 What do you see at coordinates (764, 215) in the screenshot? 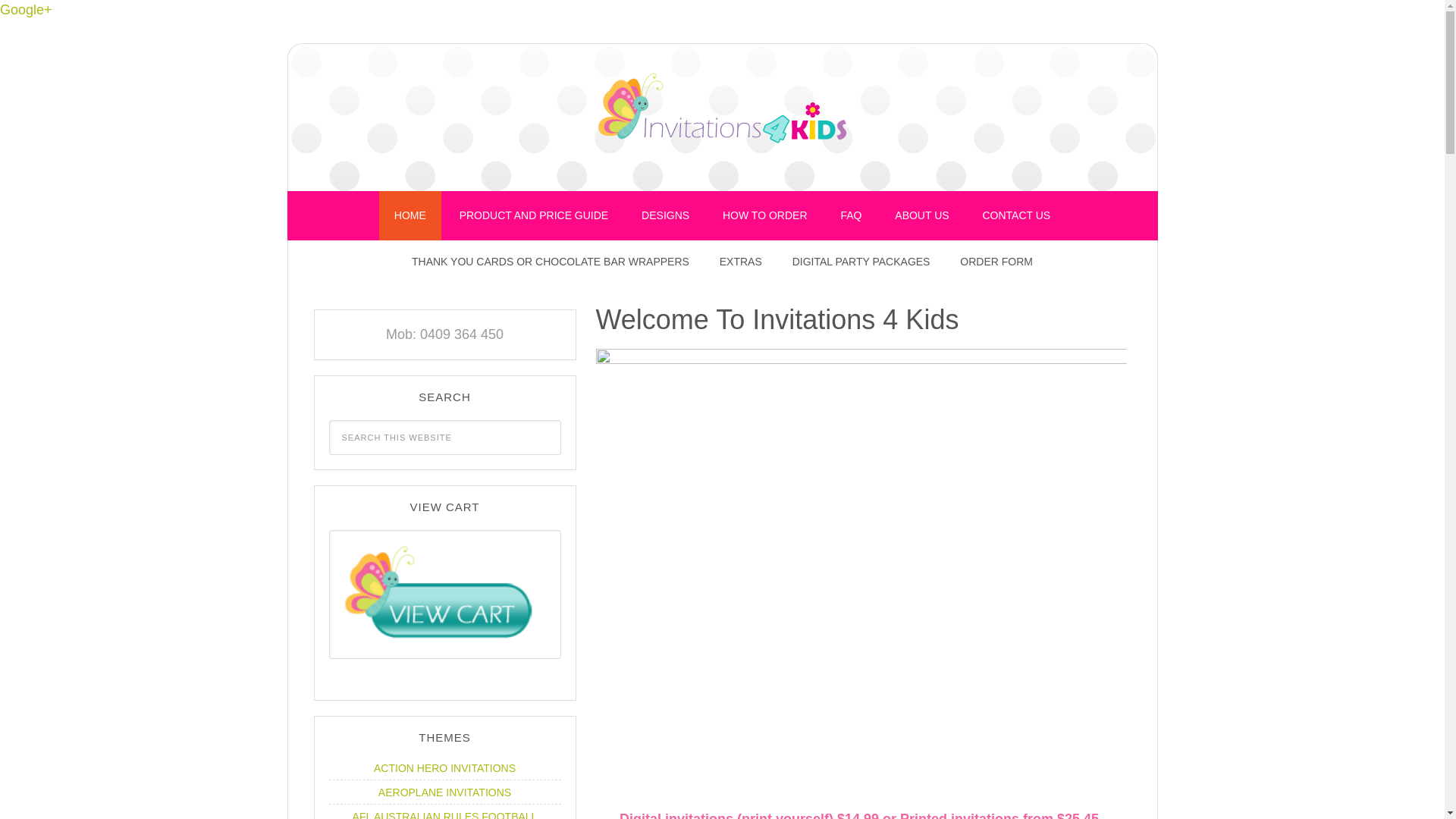
I see `'HOW TO ORDER'` at bounding box center [764, 215].